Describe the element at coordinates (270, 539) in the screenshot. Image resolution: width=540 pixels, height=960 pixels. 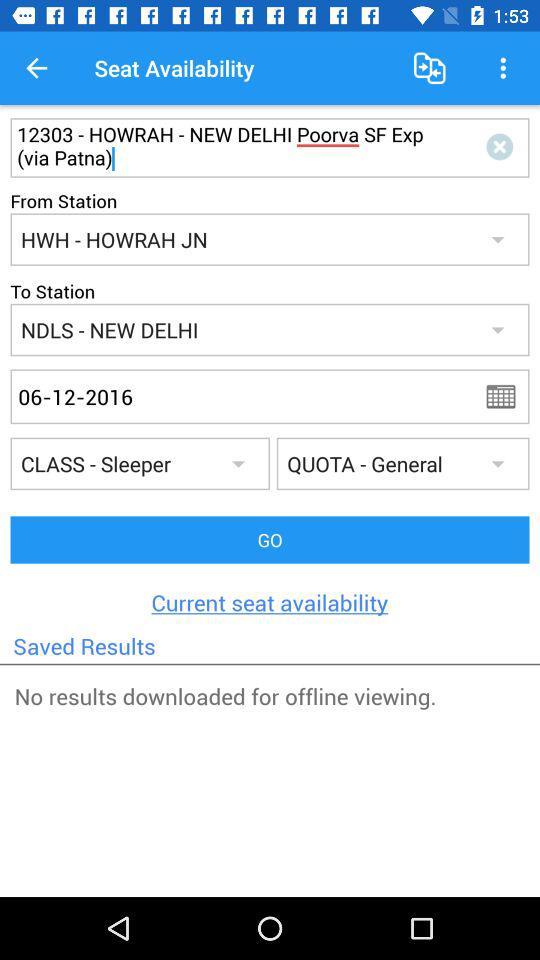
I see `the go item` at that location.